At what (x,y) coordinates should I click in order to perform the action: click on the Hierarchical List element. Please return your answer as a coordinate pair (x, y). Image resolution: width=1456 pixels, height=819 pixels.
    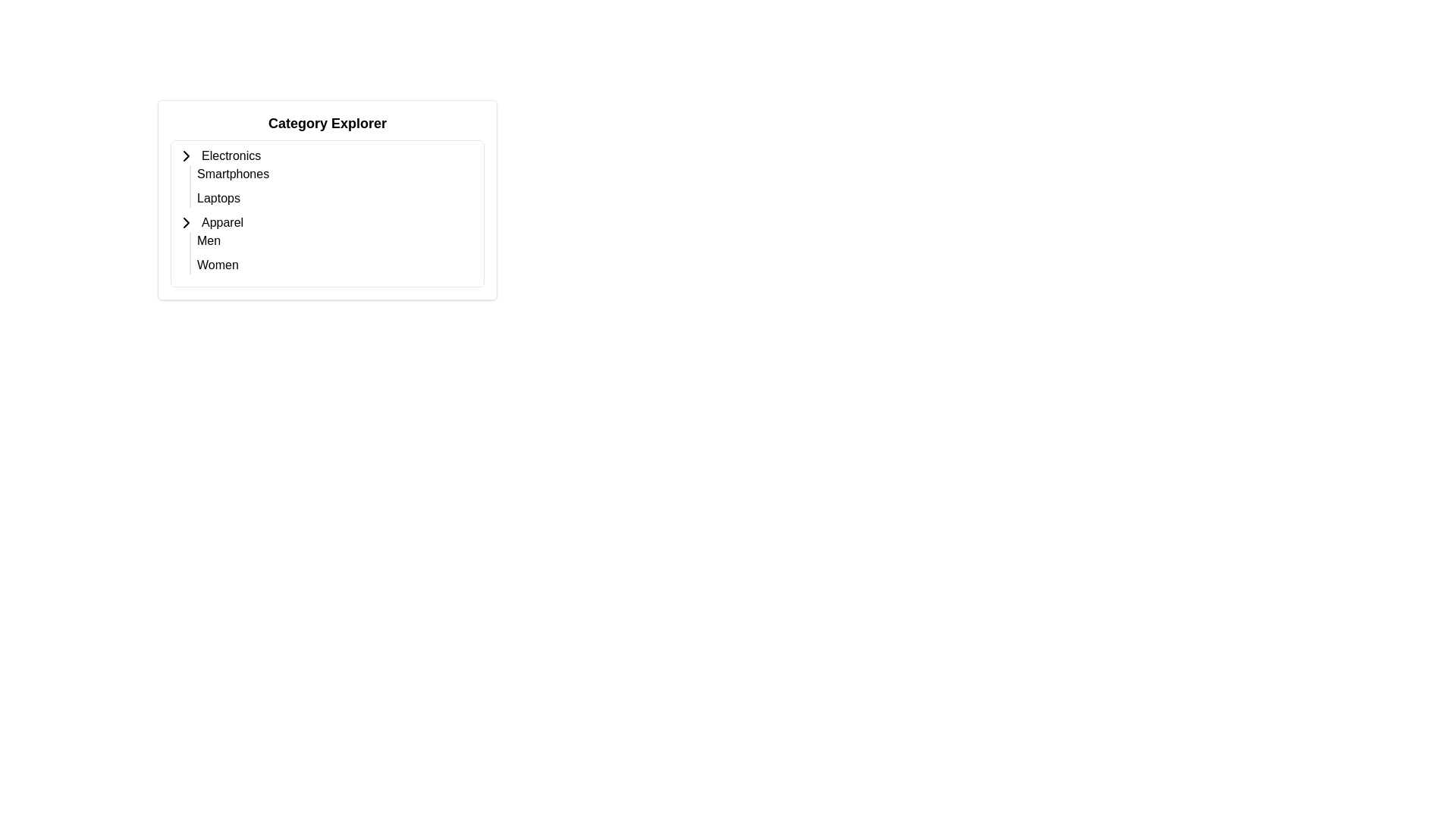
    Looking at the image, I should click on (327, 210).